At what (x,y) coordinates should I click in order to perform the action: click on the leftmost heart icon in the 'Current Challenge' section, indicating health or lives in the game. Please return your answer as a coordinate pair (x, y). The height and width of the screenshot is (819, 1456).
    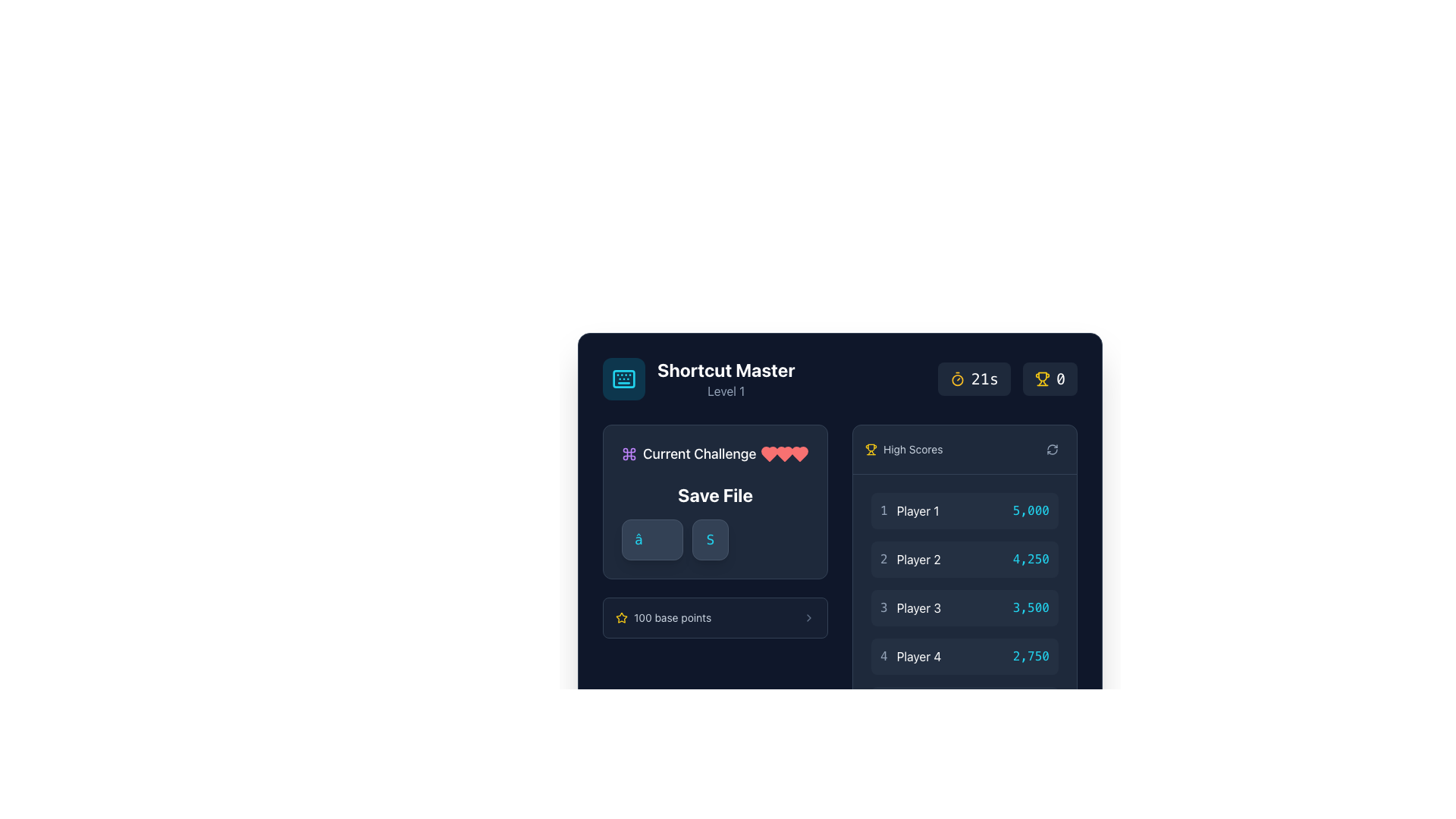
    Looking at the image, I should click on (769, 453).